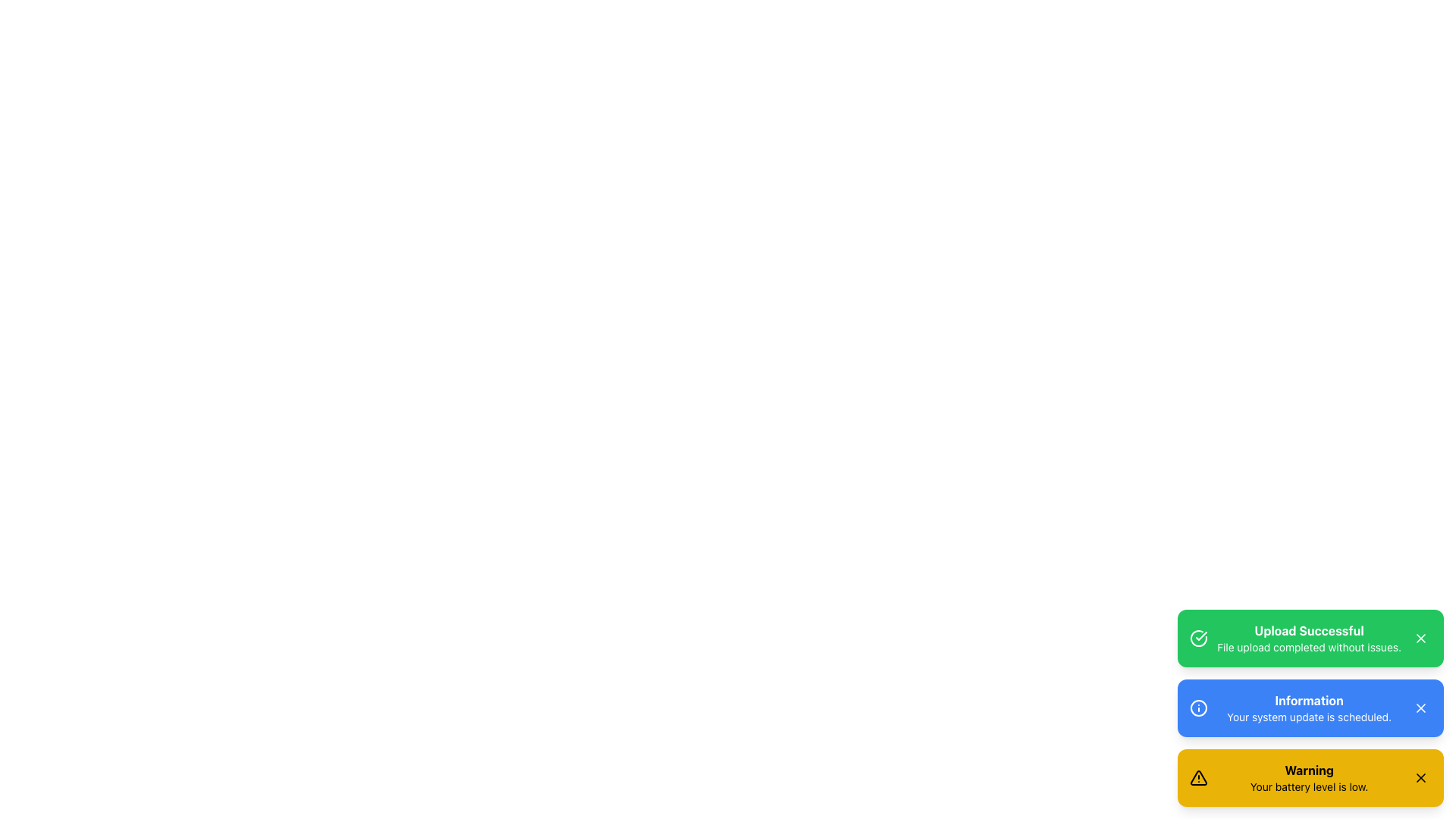 This screenshot has width=1456, height=819. What do you see at coordinates (1420, 778) in the screenshot?
I see `the close button located at the top-right corner of the yellow 'Warning' notification box` at bounding box center [1420, 778].